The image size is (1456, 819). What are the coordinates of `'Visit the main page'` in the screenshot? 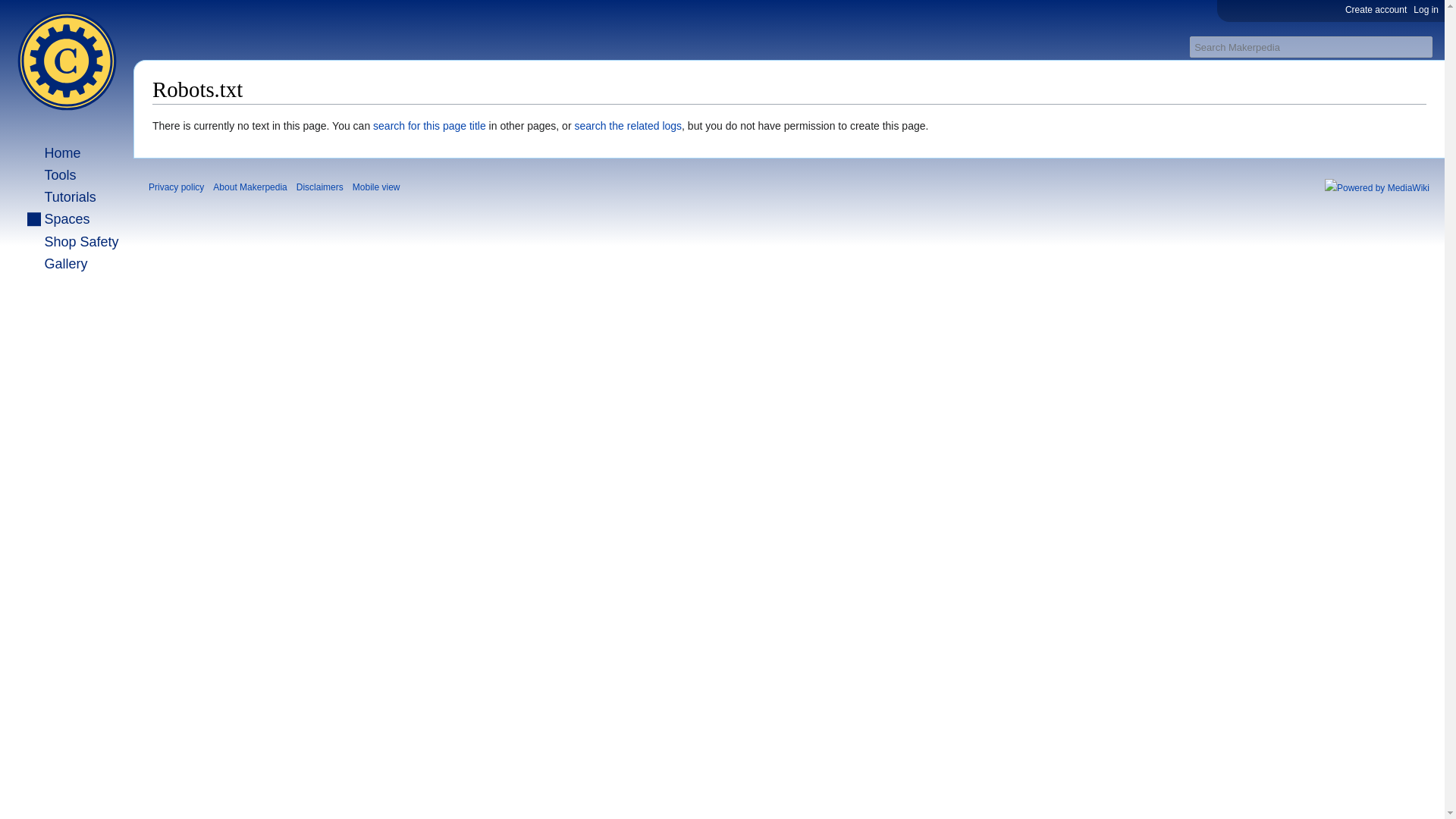 It's located at (65, 60).